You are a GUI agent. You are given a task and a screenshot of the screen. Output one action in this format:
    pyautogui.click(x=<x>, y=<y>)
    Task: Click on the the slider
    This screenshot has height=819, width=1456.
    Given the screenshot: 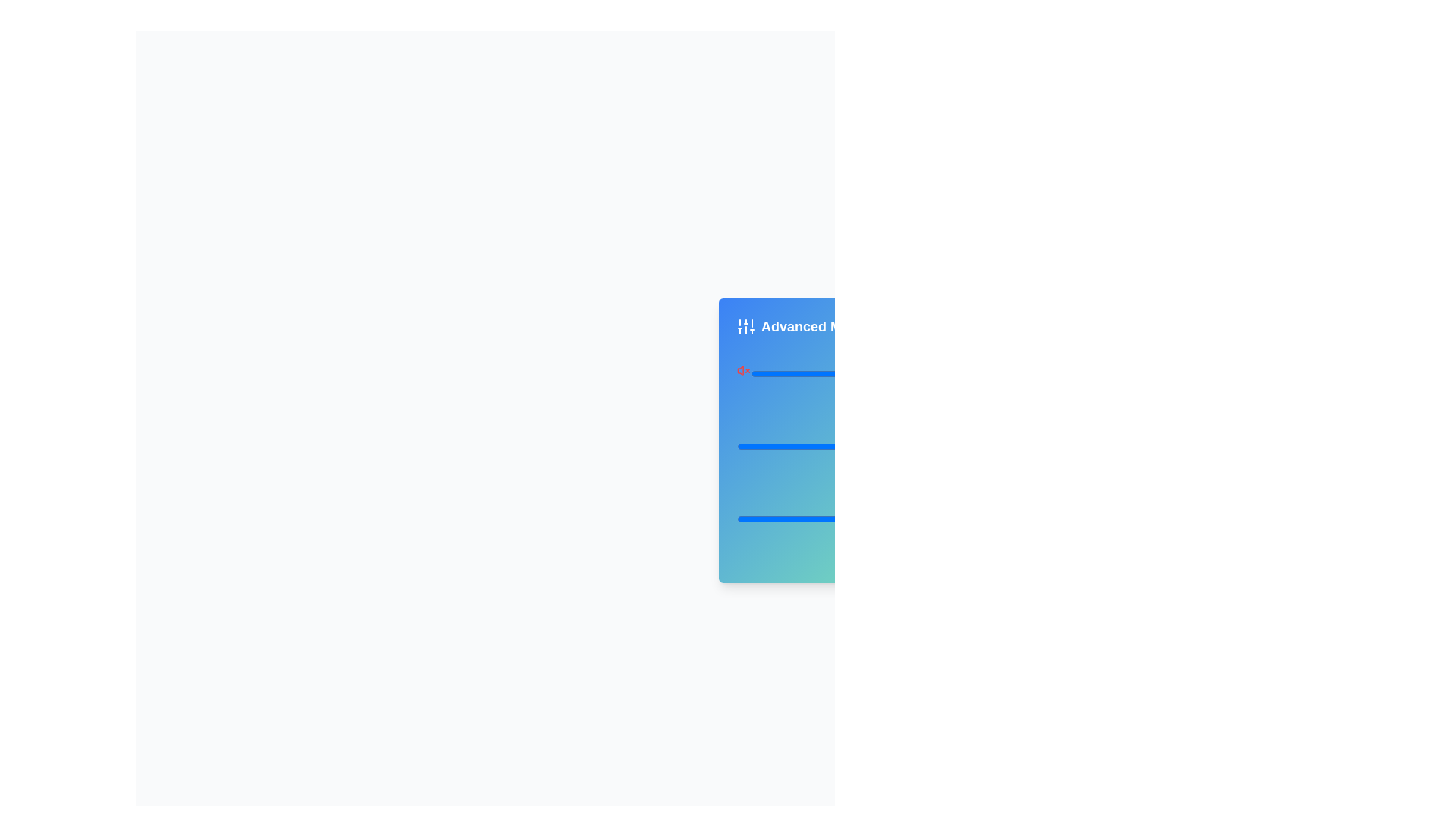 What is the action you would take?
    pyautogui.click(x=908, y=374)
    